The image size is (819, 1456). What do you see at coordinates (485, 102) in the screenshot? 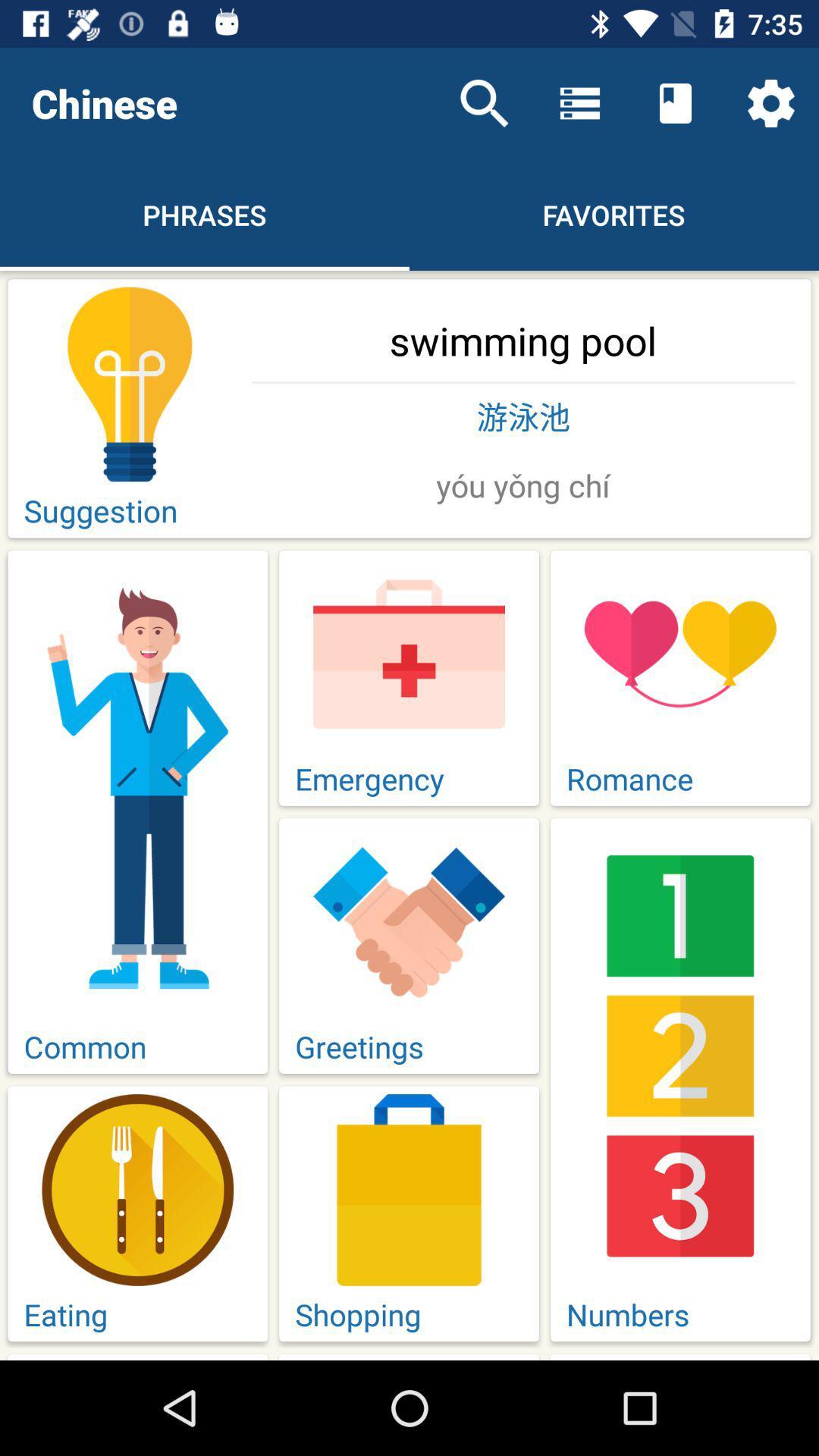
I see `the item above the swimming pool` at bounding box center [485, 102].